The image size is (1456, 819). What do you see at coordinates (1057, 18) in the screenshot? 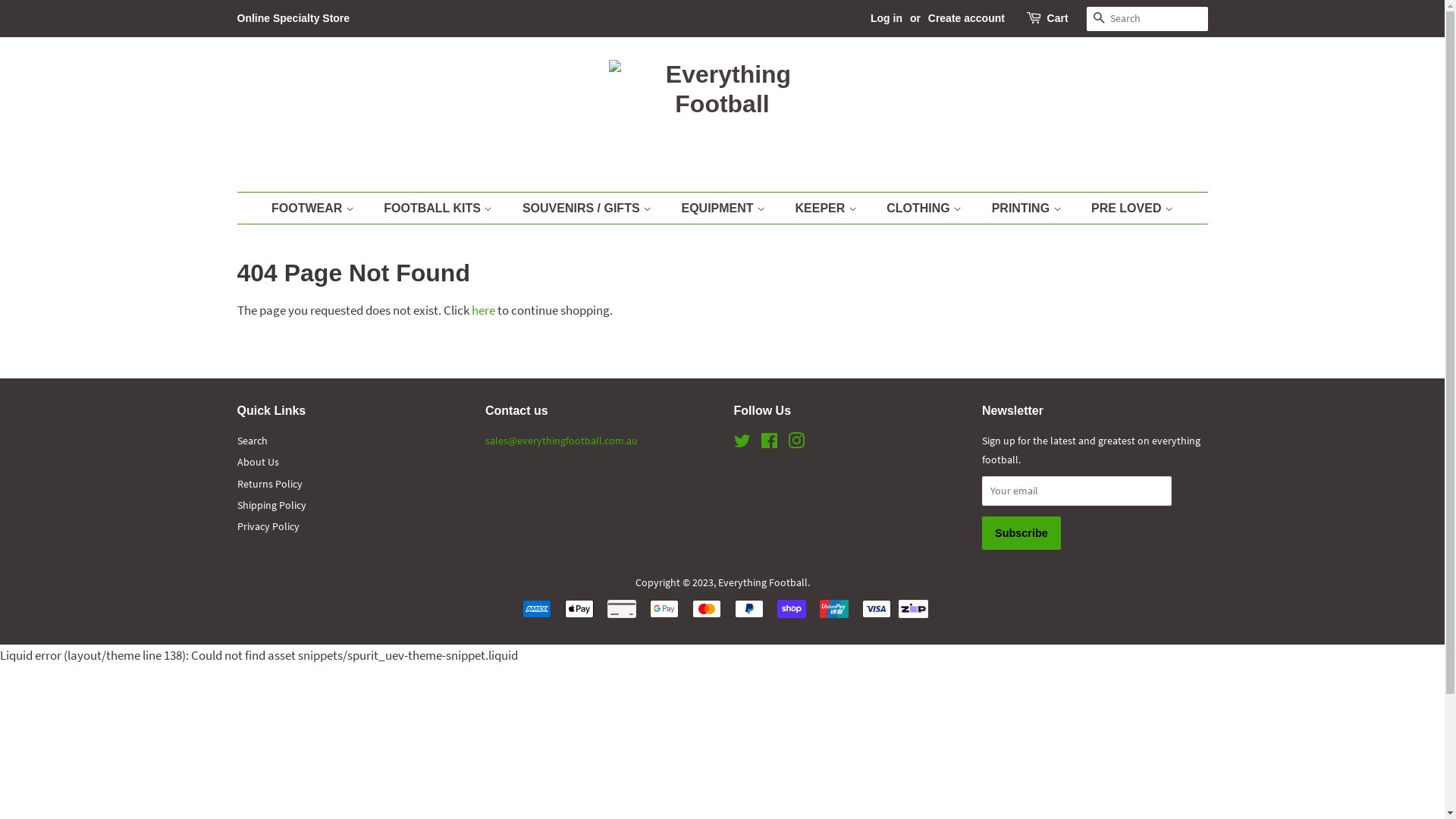
I see `'Cart'` at bounding box center [1057, 18].